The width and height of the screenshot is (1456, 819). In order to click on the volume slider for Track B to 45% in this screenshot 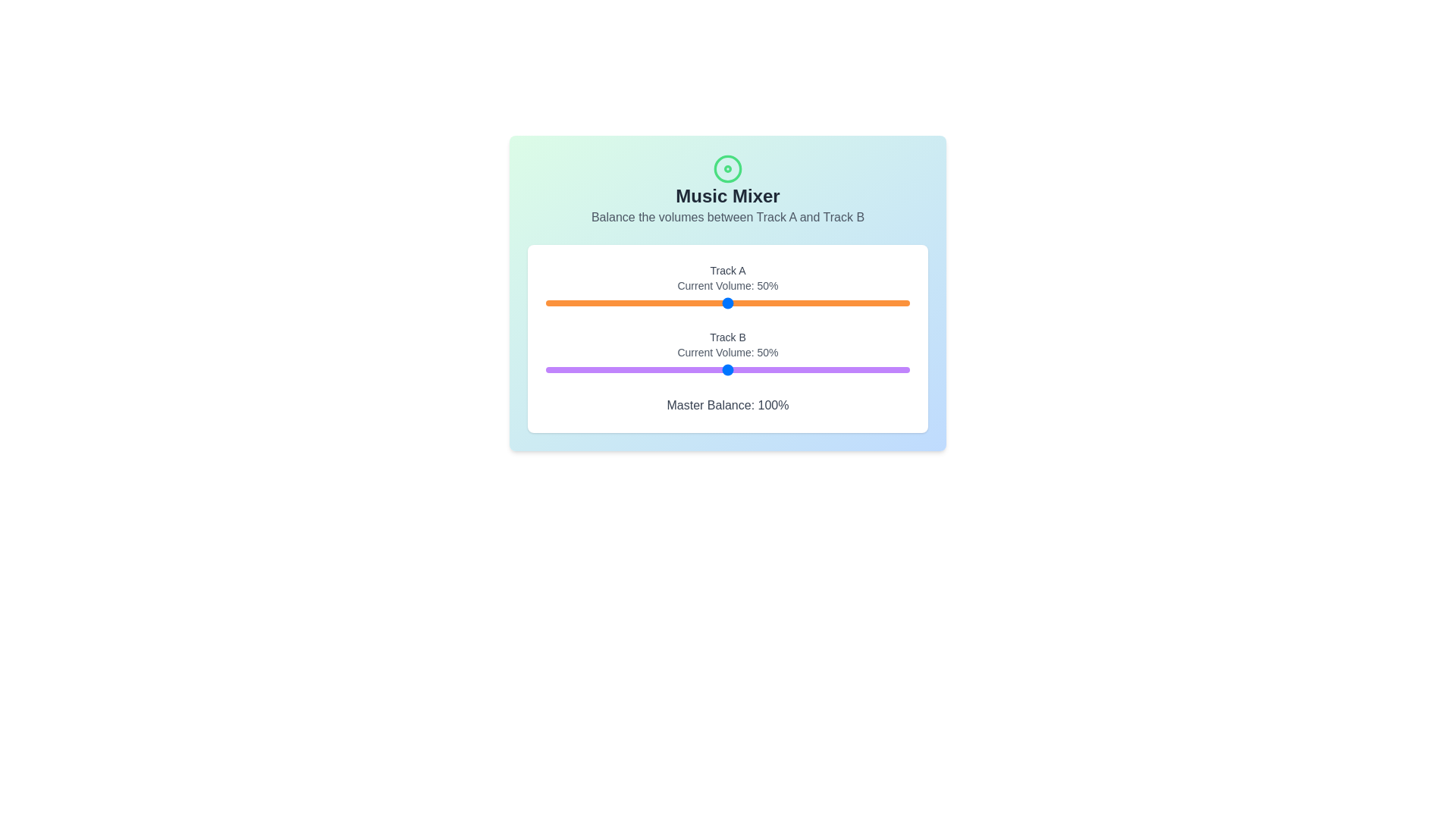, I will do `click(709, 370)`.